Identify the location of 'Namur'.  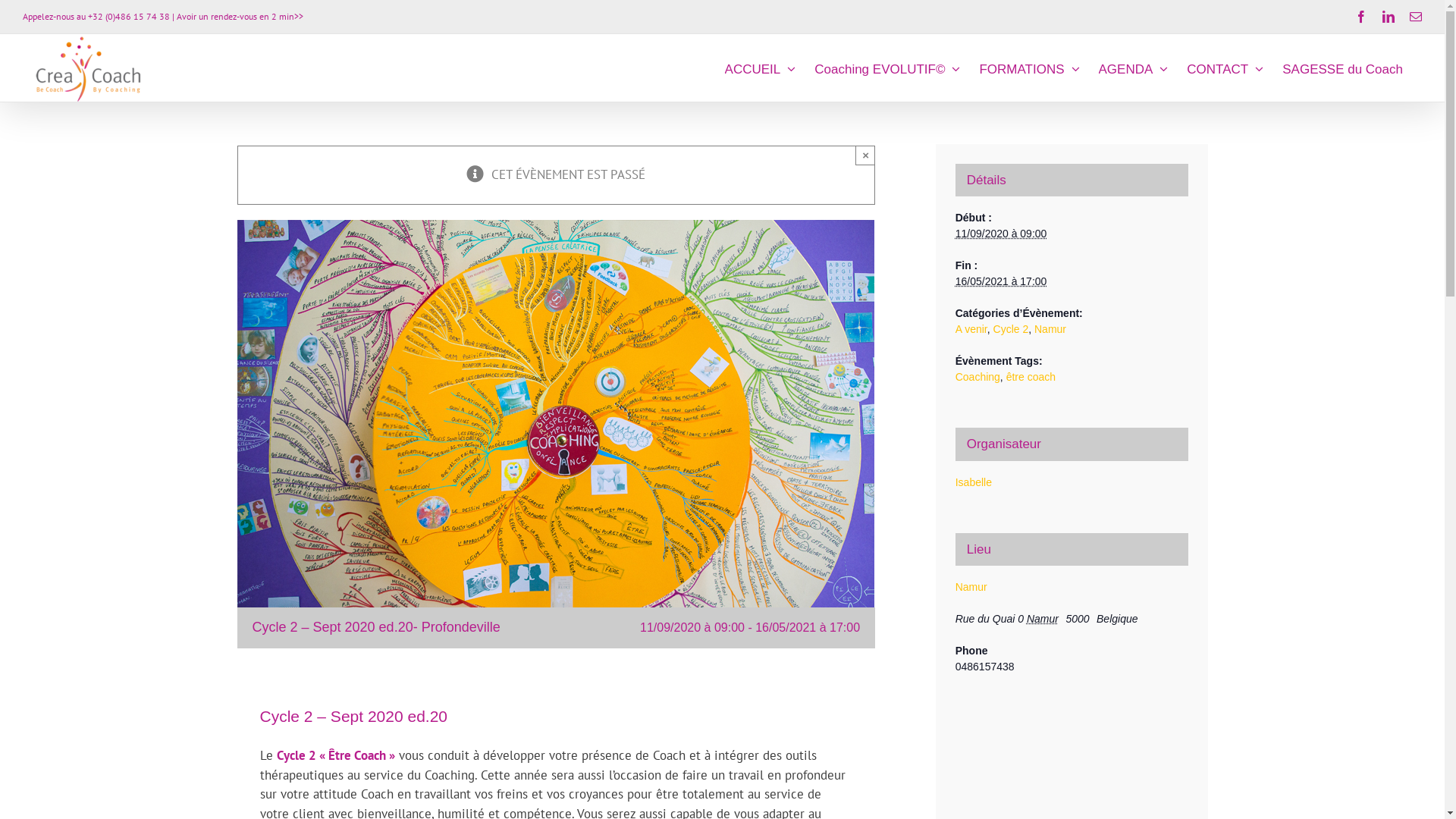
(1050, 328).